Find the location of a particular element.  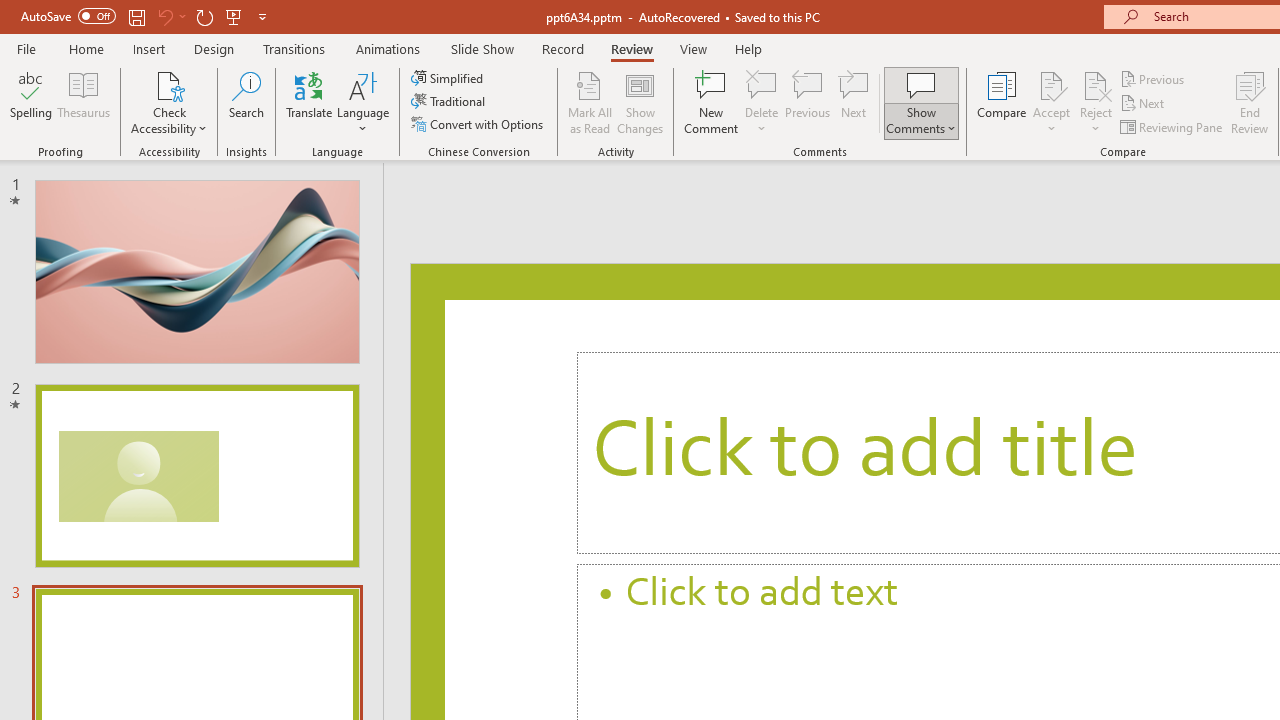

'Previous' is located at coordinates (1153, 78).